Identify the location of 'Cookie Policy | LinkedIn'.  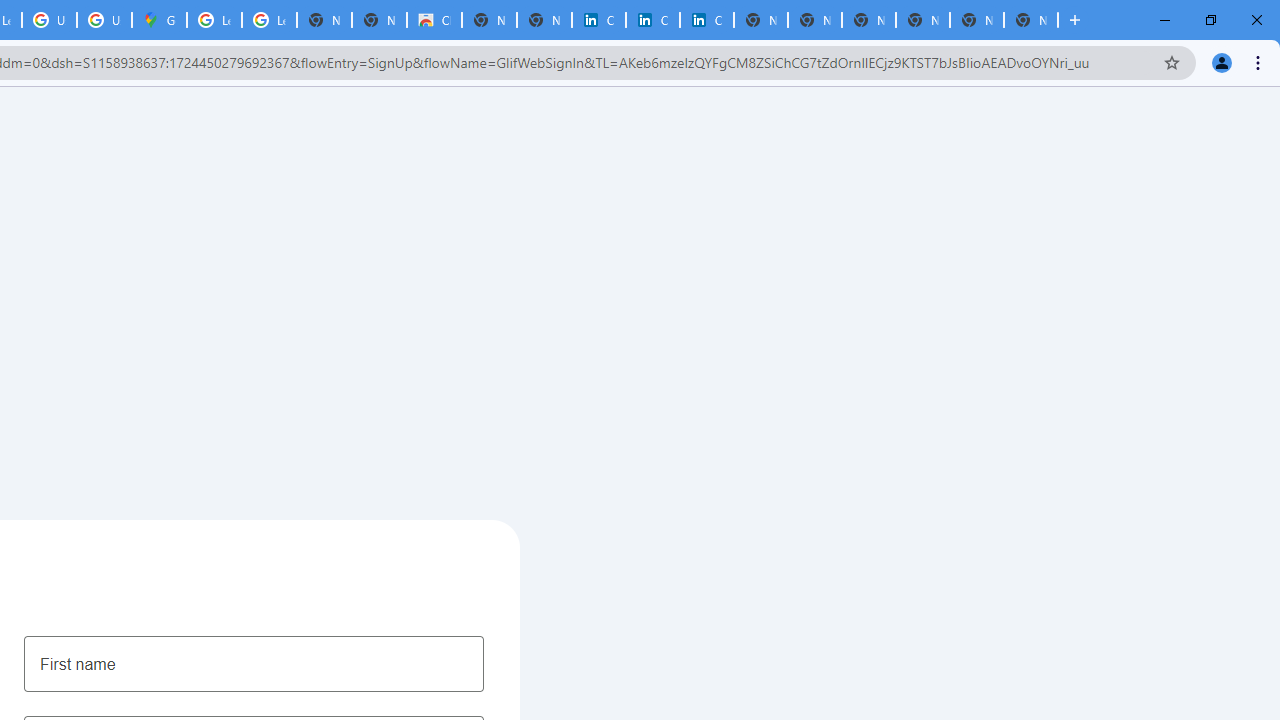
(652, 20).